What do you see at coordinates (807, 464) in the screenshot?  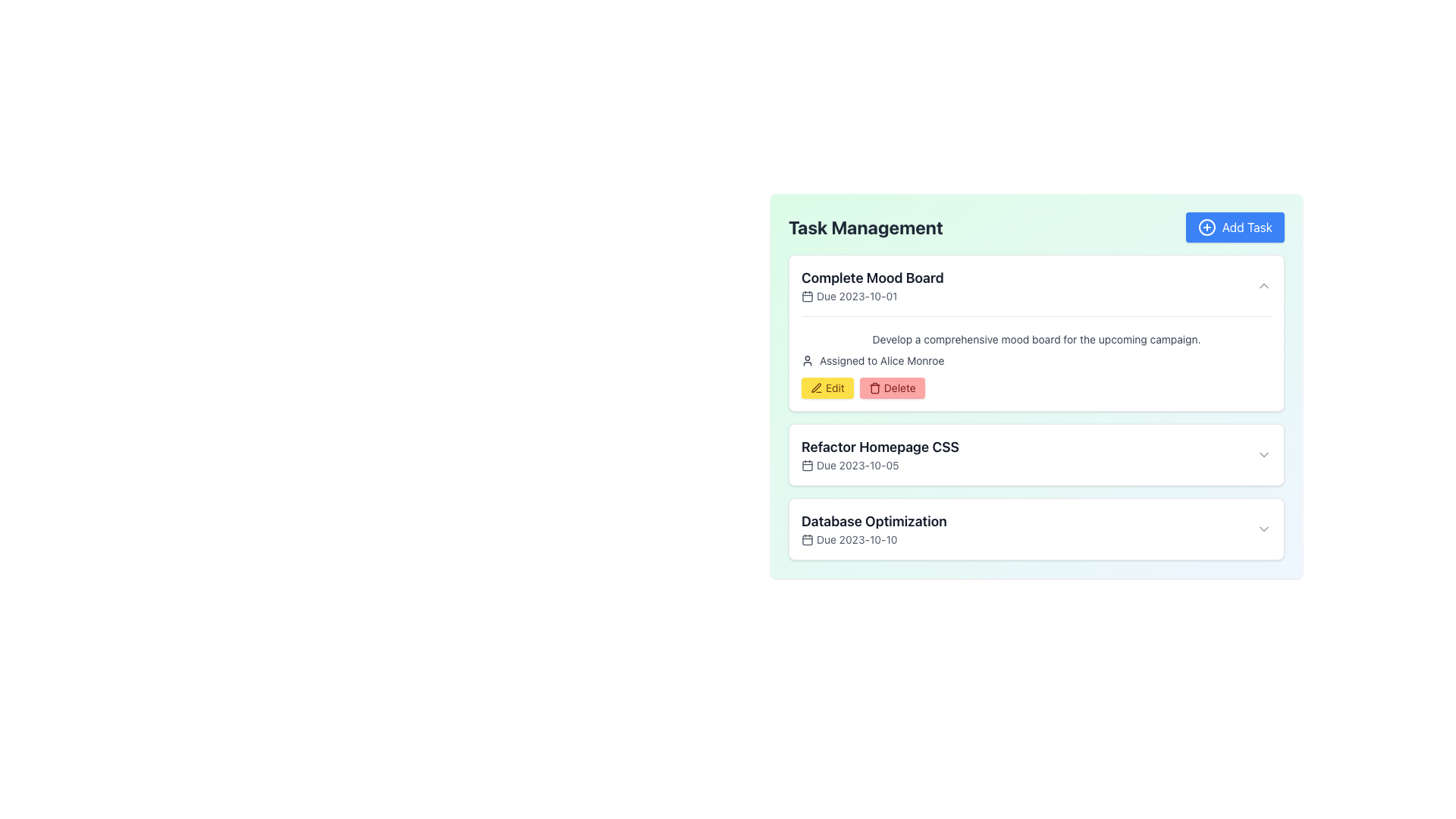 I see `the calendar icon representing the due date next to the text 'Due 2023-10-05' in the task 'Refactor Homepage CSS'` at bounding box center [807, 464].